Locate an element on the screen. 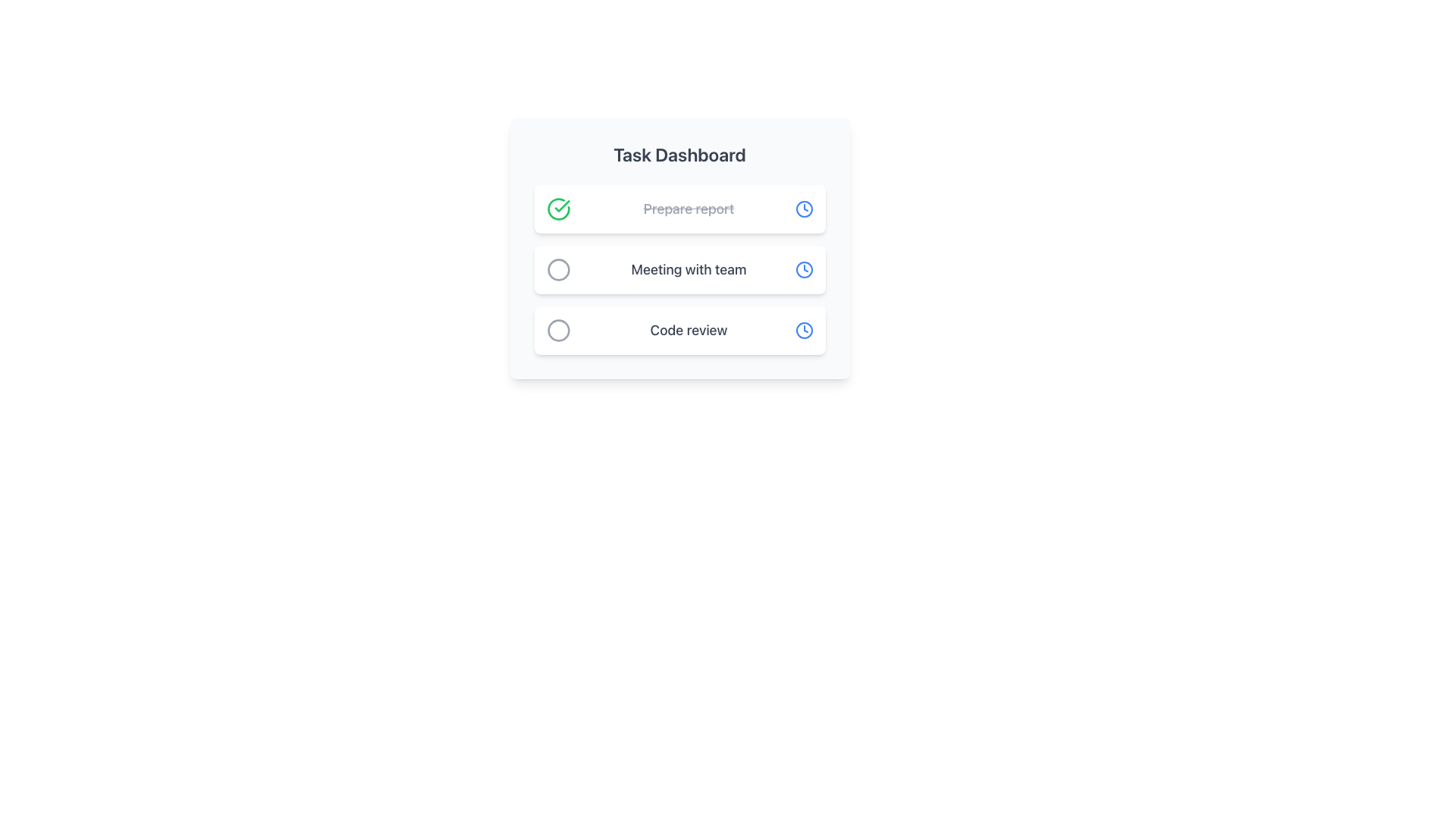 The image size is (1456, 819). the circular checkbox or status indicator on the left of the 'Meeting with team' task item to change its state is located at coordinates (557, 268).